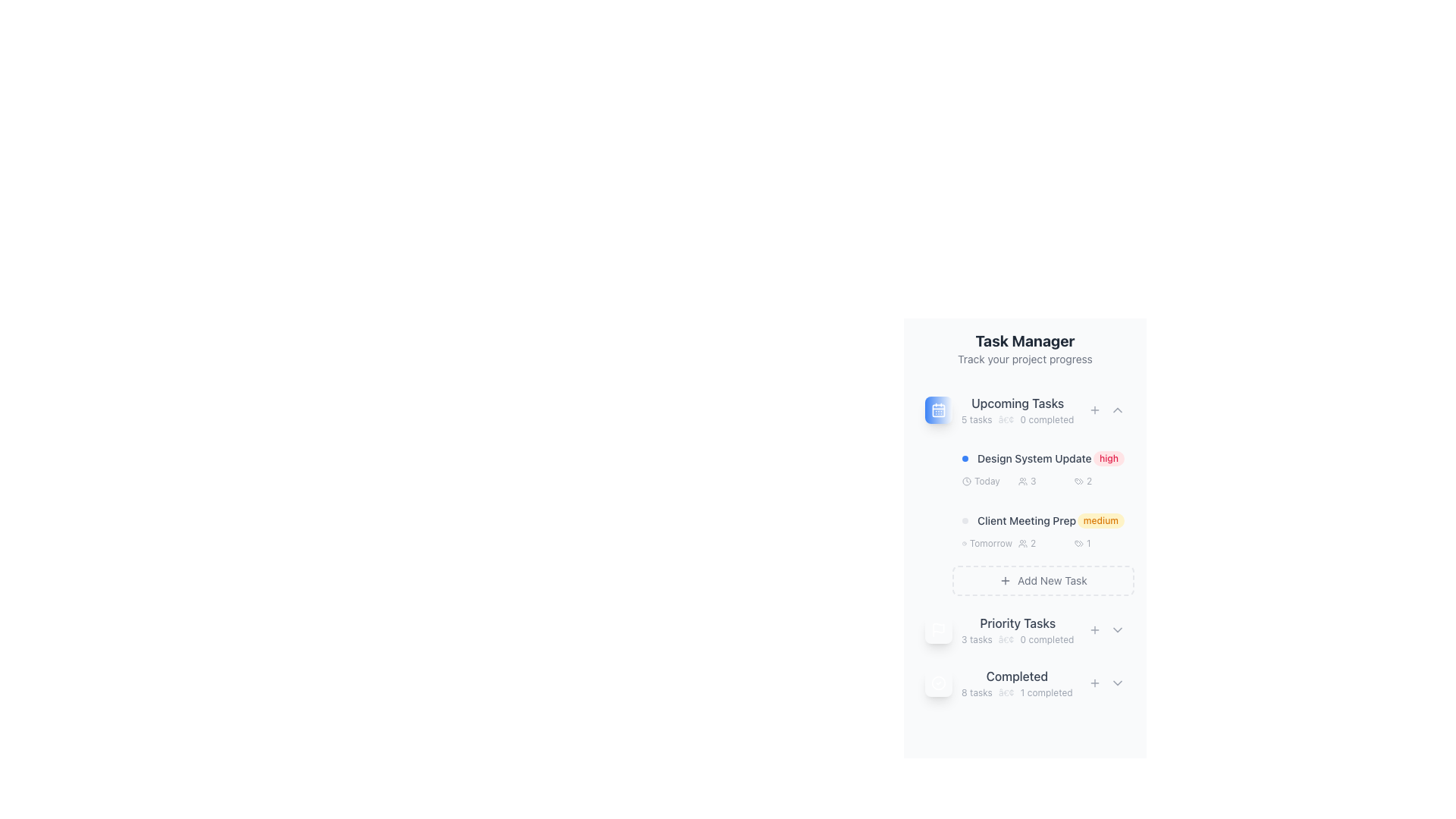 The image size is (1456, 819). Describe the element at coordinates (1043, 517) in the screenshot. I see `the 'medium' priority label badge with yellow background and orange text in the task card for 'Client Meeting Prep' located in the 'Upcoming Tasks' section` at that location.